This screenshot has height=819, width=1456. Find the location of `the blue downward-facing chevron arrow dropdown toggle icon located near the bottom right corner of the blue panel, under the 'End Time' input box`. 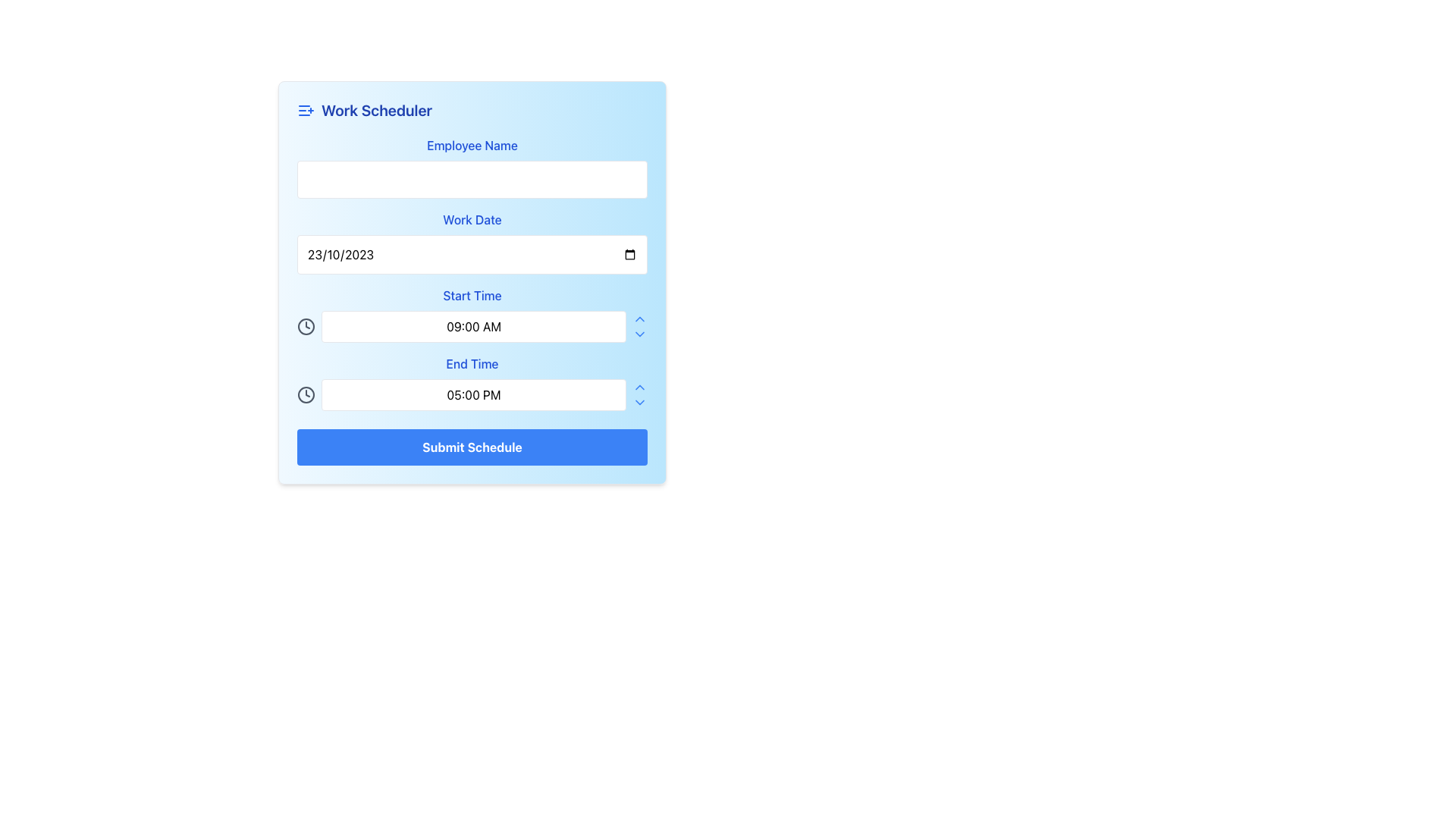

the blue downward-facing chevron arrow dropdown toggle icon located near the bottom right corner of the blue panel, under the 'End Time' input box is located at coordinates (640, 333).